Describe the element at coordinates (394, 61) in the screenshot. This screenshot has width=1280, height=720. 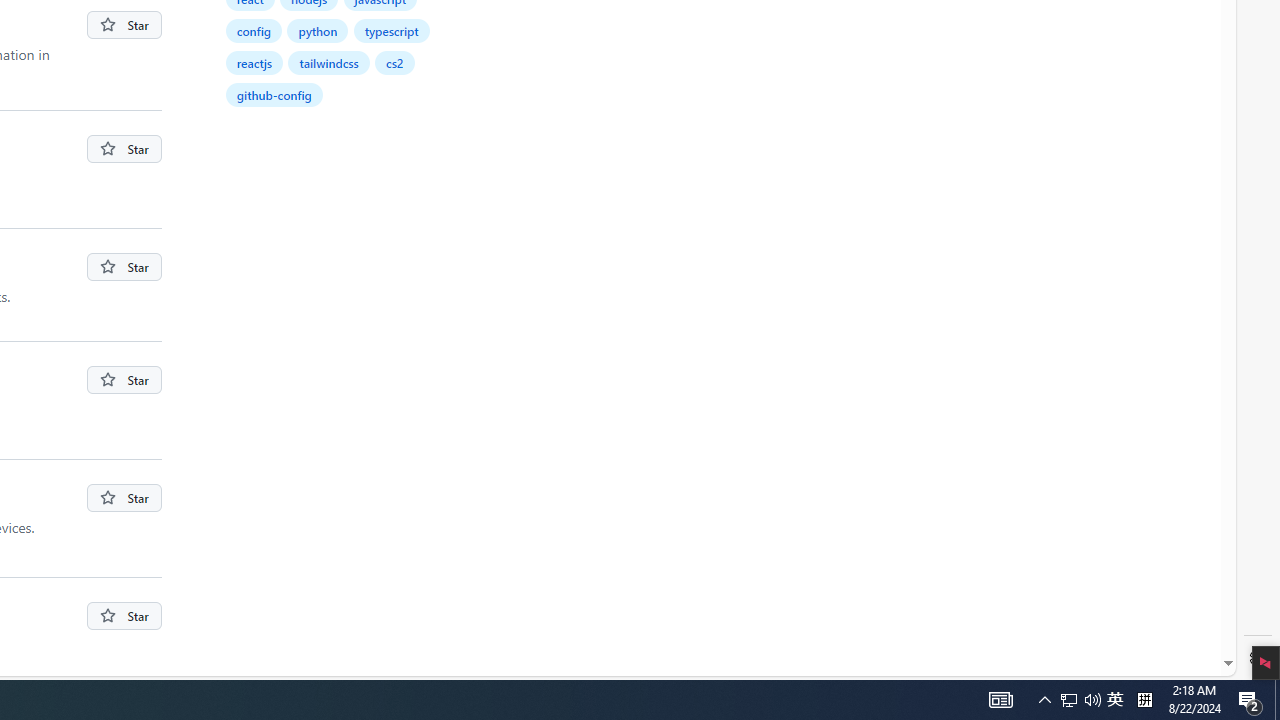
I see `'cs2'` at that location.